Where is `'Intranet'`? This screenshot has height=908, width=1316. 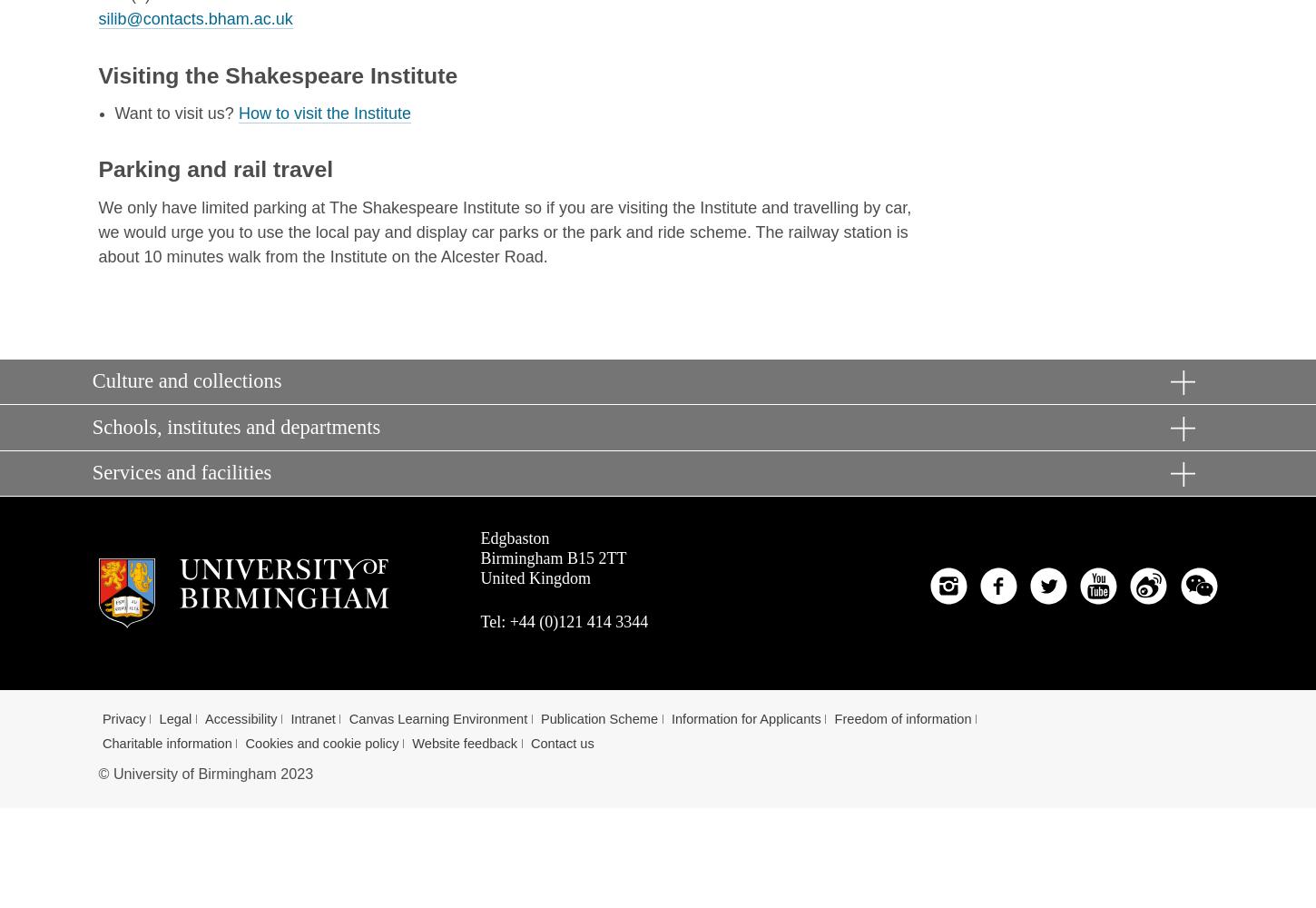
'Intranet' is located at coordinates (290, 718).